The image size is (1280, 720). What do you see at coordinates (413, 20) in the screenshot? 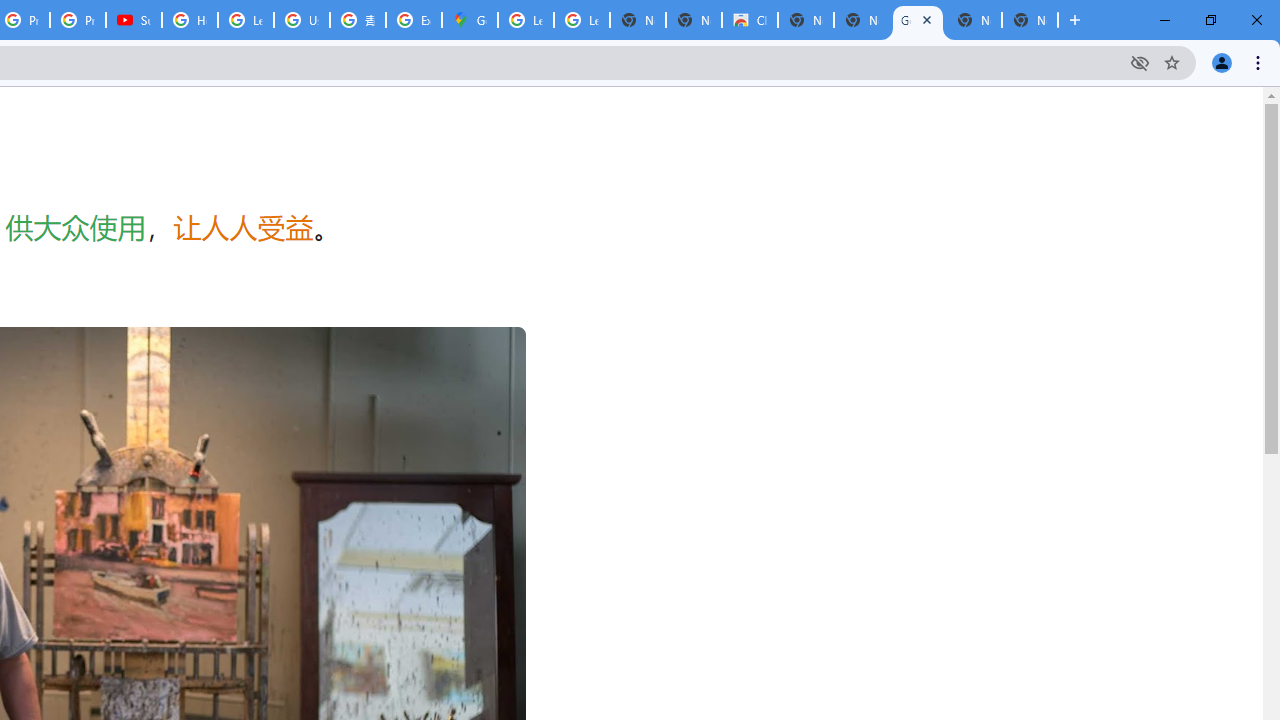
I see `'Explore new street-level details - Google Maps Help'` at bounding box center [413, 20].